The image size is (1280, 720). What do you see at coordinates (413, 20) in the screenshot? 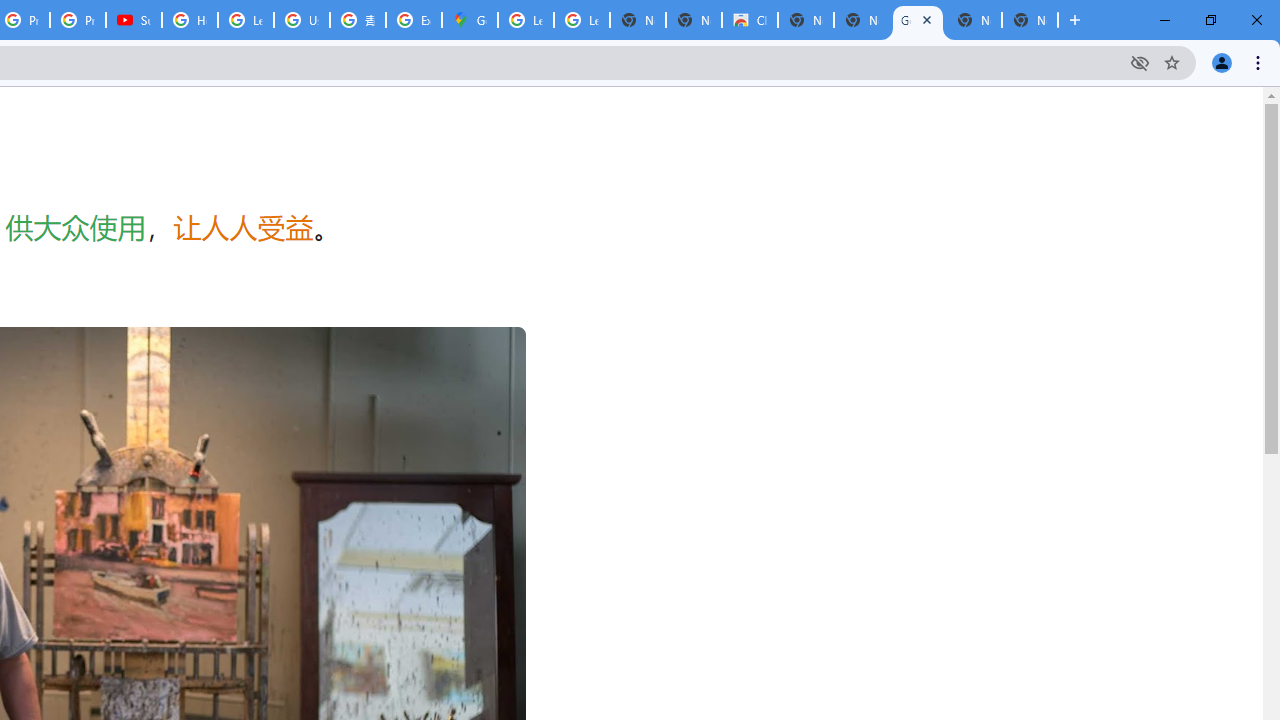
I see `'Explore new street-level details - Google Maps Help'` at bounding box center [413, 20].